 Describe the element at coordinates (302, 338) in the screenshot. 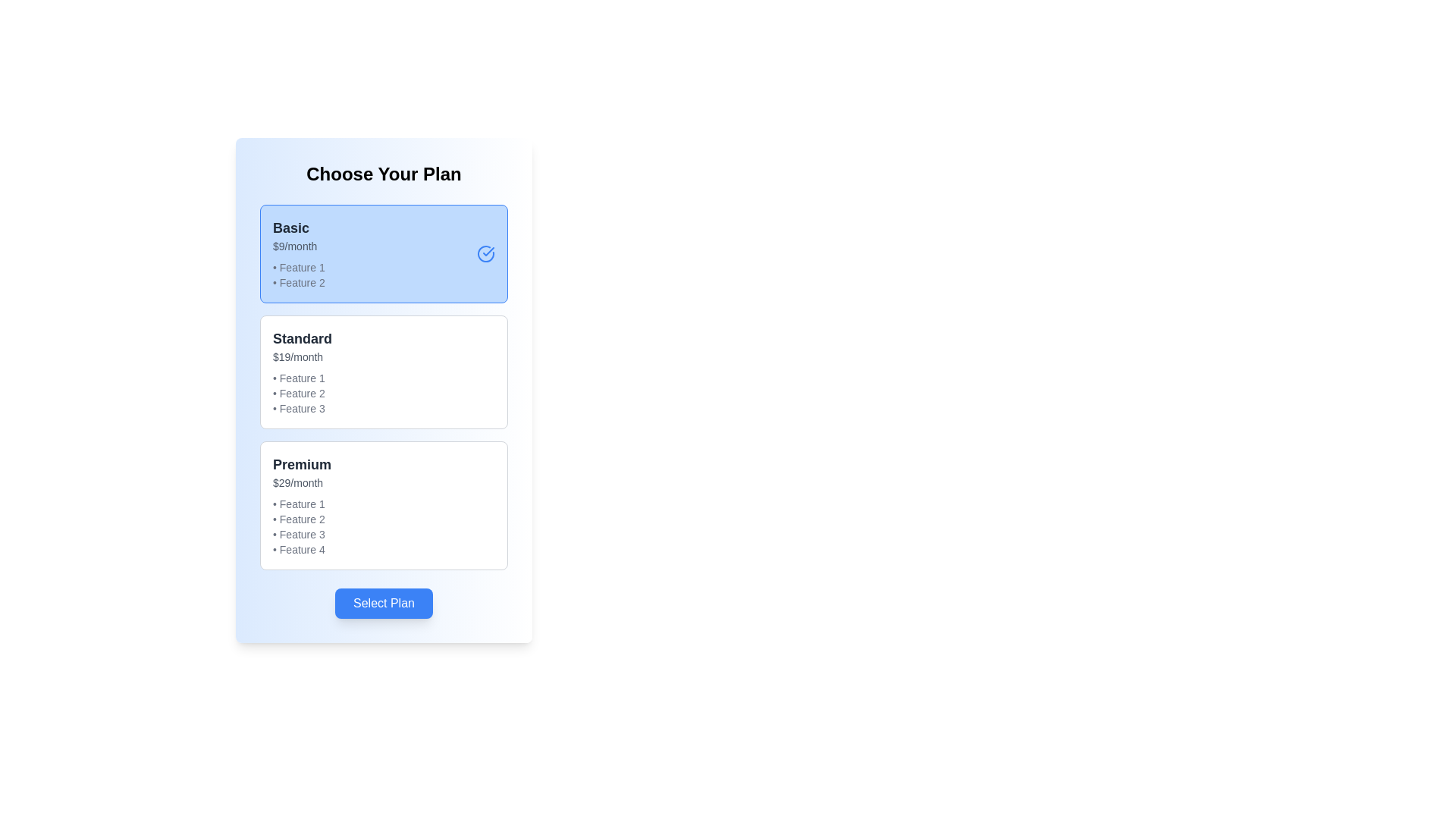

I see `the text label that displays 'Standard' in bold and larger font size, positioned above the '$19/month' text within the second pricing card` at that location.